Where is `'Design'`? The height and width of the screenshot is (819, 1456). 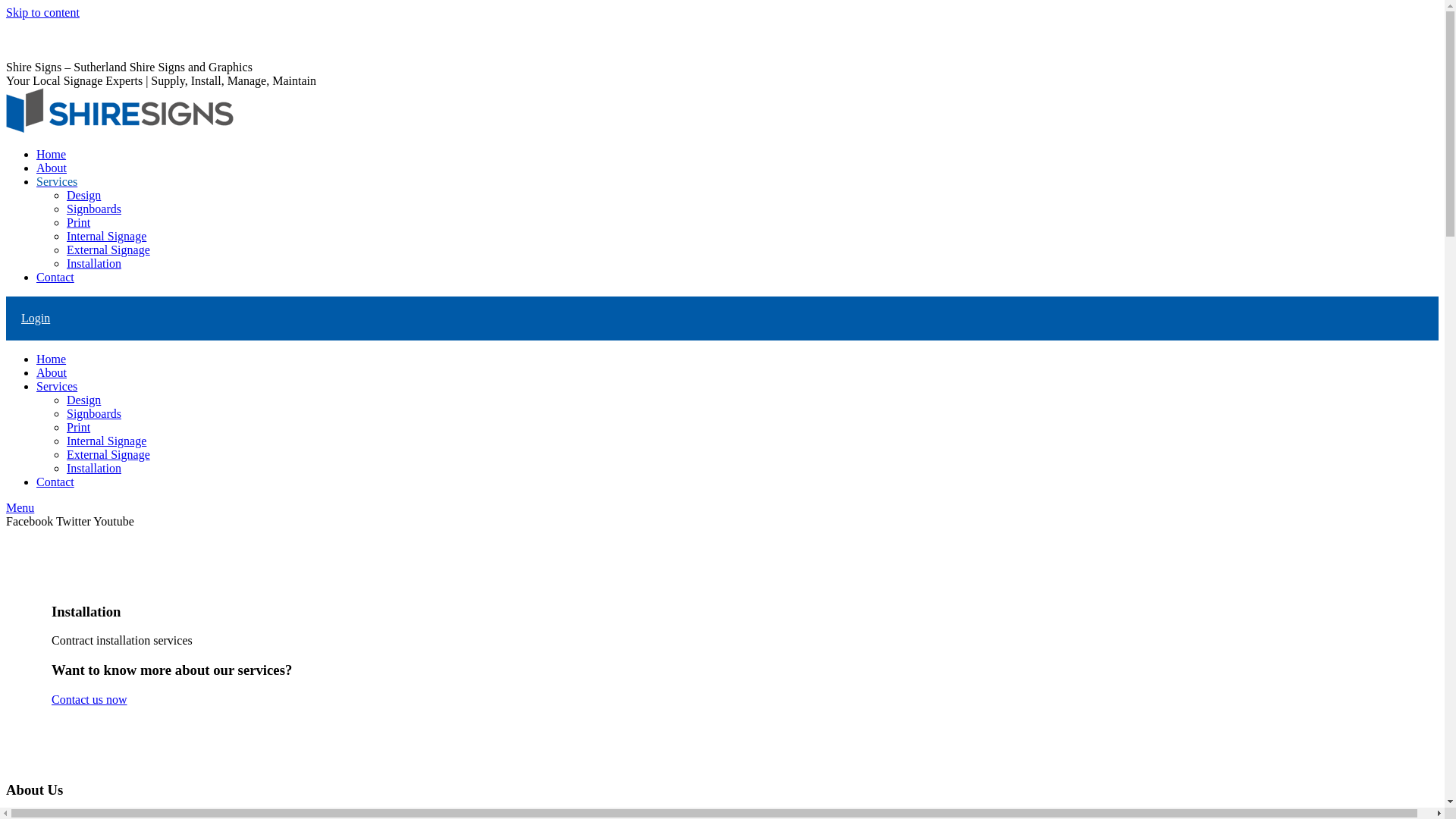
'Design' is located at coordinates (83, 399).